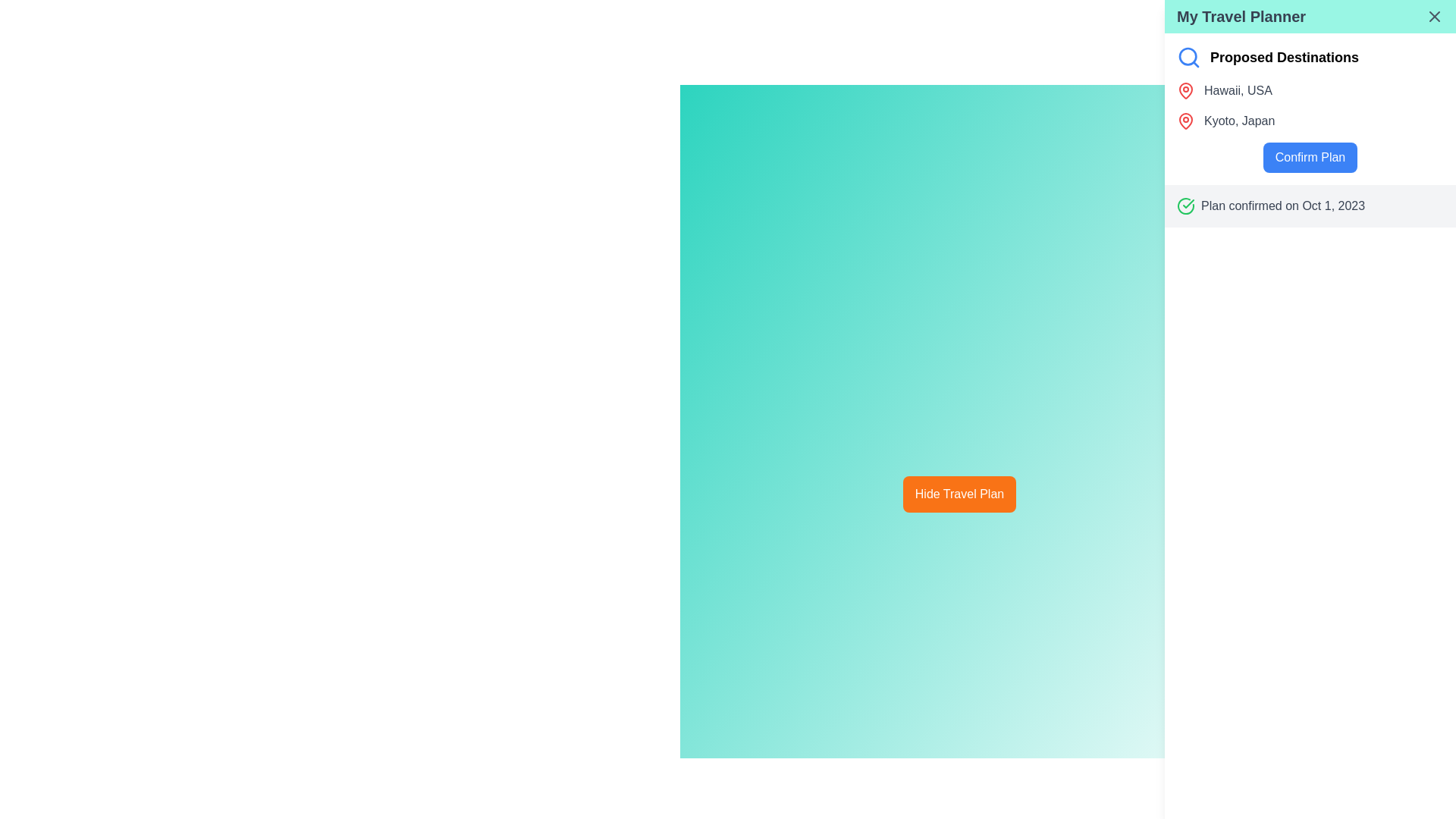 The width and height of the screenshot is (1456, 819). I want to click on the Text Display with Icon that communicates a confirmation message regarding a travel plan, located near the bottom of the right-side panel titled 'My Travel Planner', directly under the 'Confirm Plan' button, so click(1310, 206).